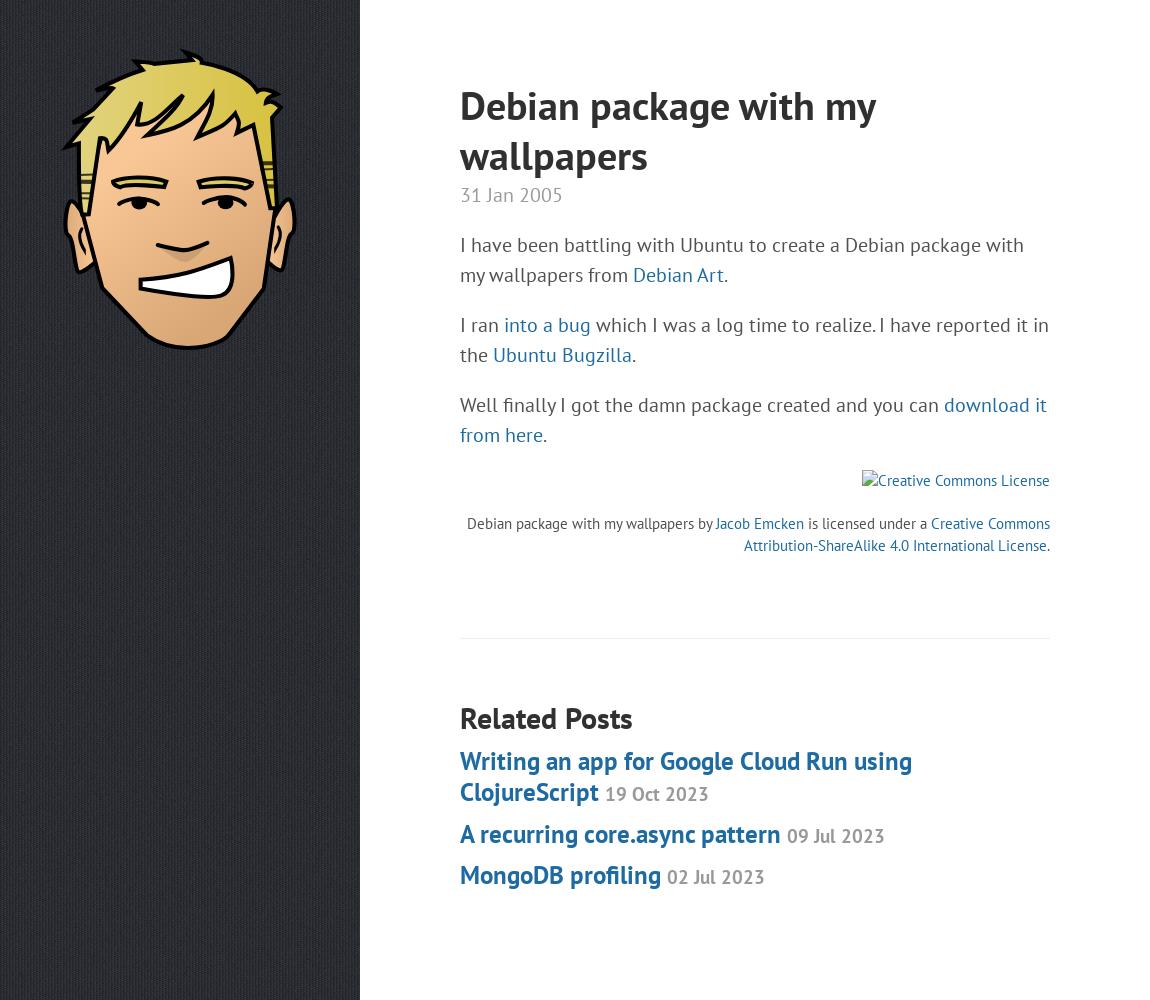  What do you see at coordinates (867, 522) in the screenshot?
I see `'is licensed under a'` at bounding box center [867, 522].